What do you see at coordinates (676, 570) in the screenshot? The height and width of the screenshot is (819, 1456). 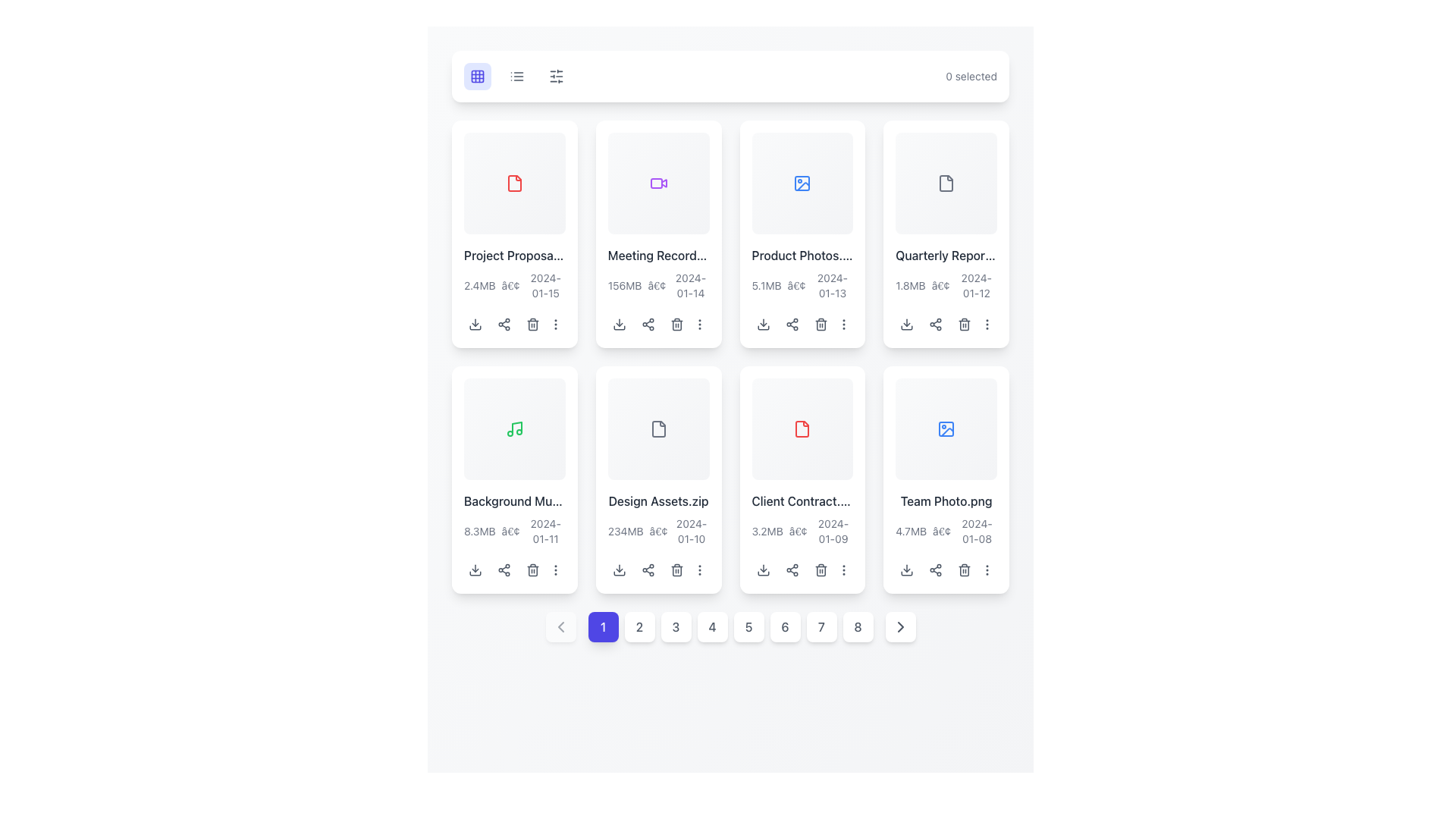 I see `the delete button positioned to the far right within the group of action buttons below the 'Design Assets.zip' card` at bounding box center [676, 570].